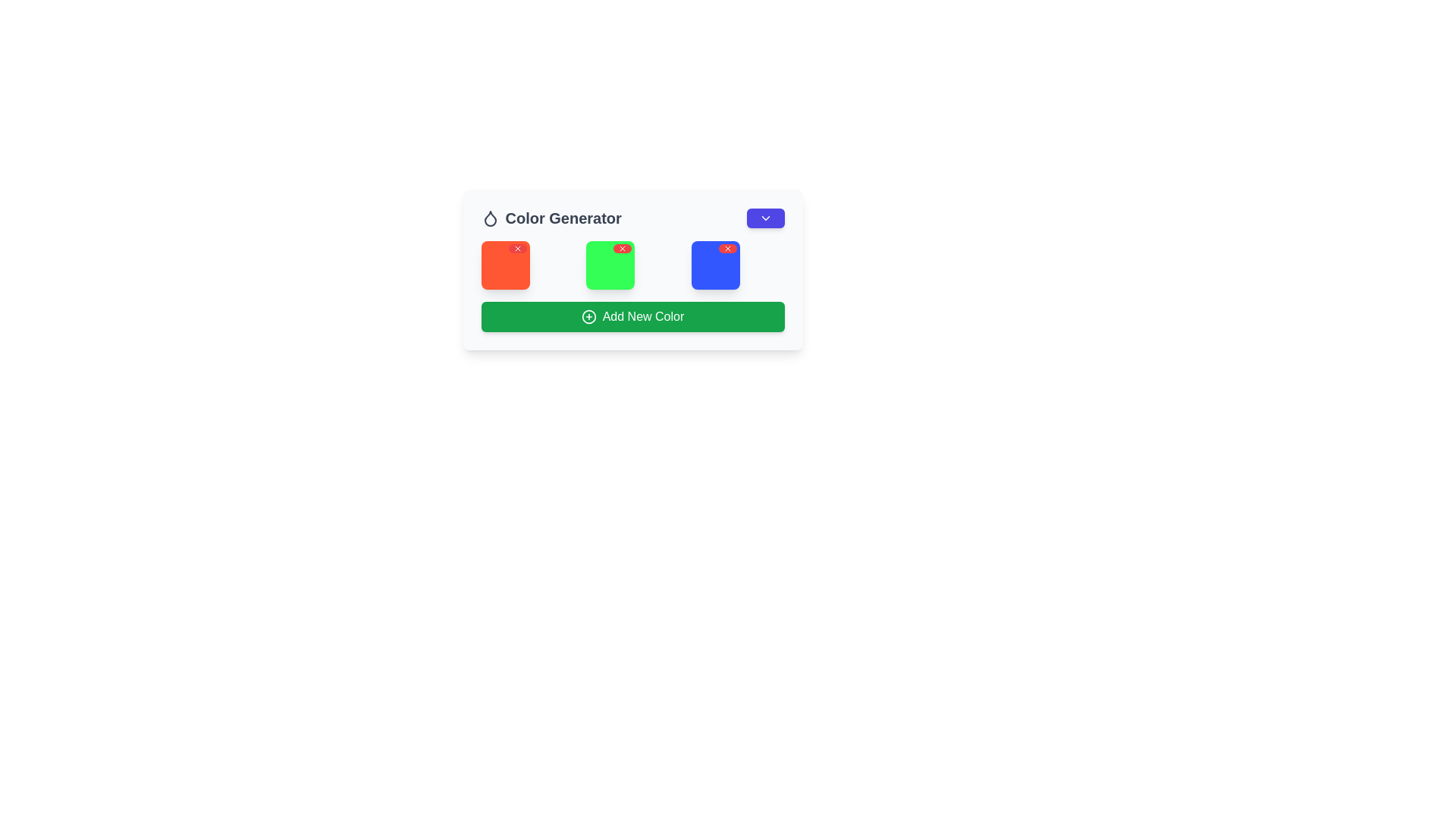  What do you see at coordinates (490, 218) in the screenshot?
I see `the droplet-shaped icon with a black outline located to the left of the 'Color Generator' text` at bounding box center [490, 218].